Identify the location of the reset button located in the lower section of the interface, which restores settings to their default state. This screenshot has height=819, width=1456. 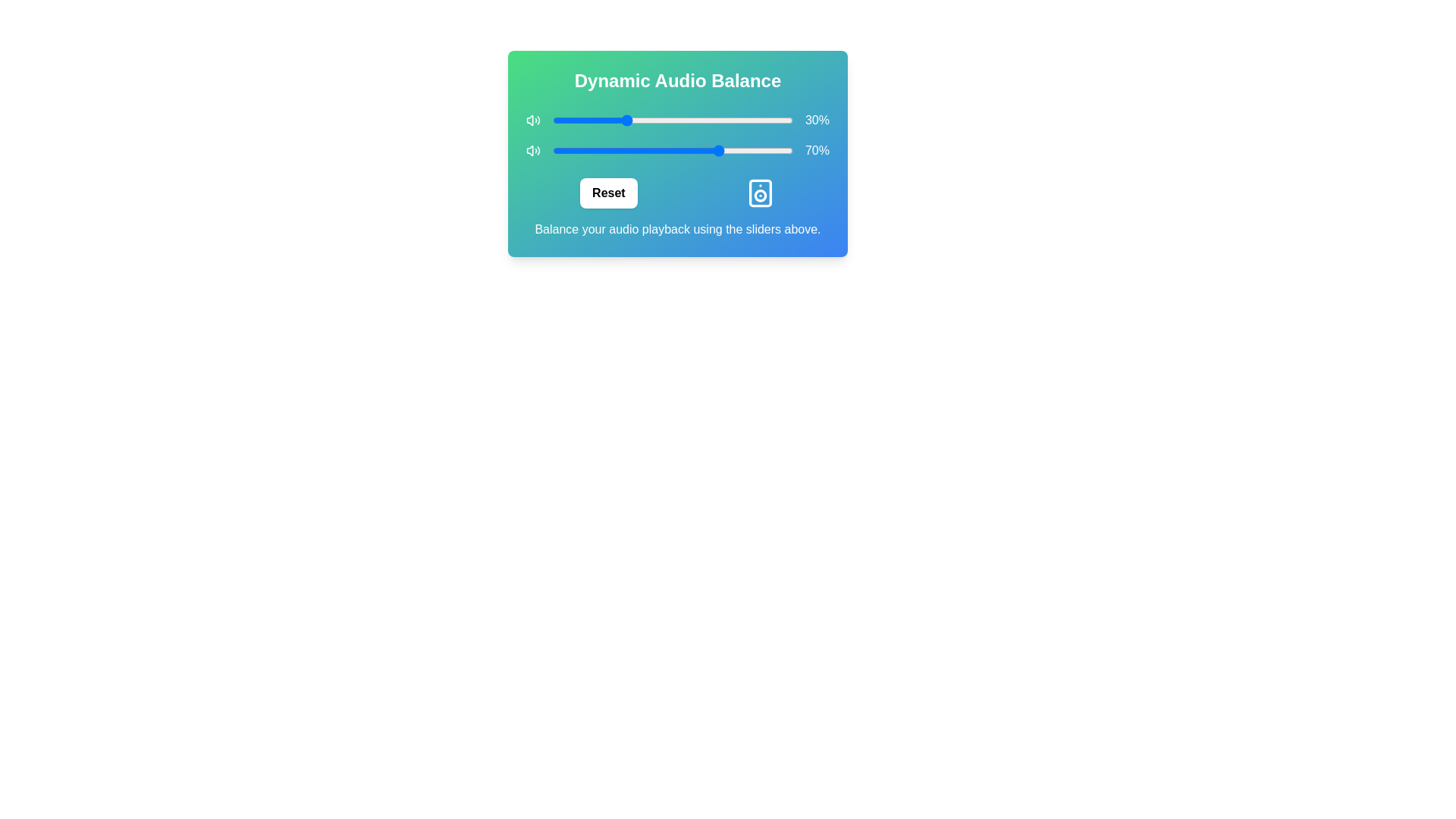
(608, 192).